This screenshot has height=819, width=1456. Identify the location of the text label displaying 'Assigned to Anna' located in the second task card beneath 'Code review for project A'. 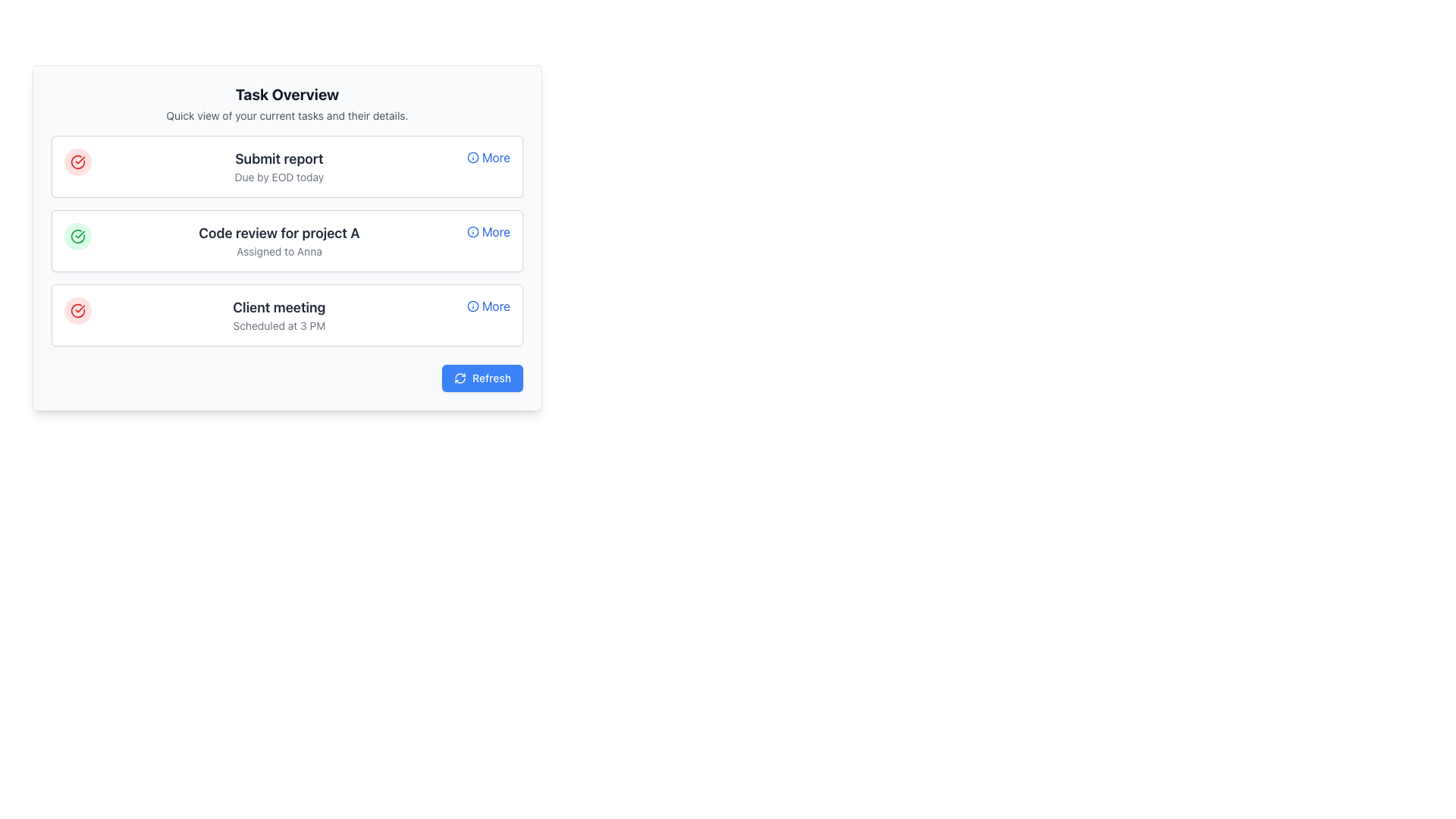
(279, 250).